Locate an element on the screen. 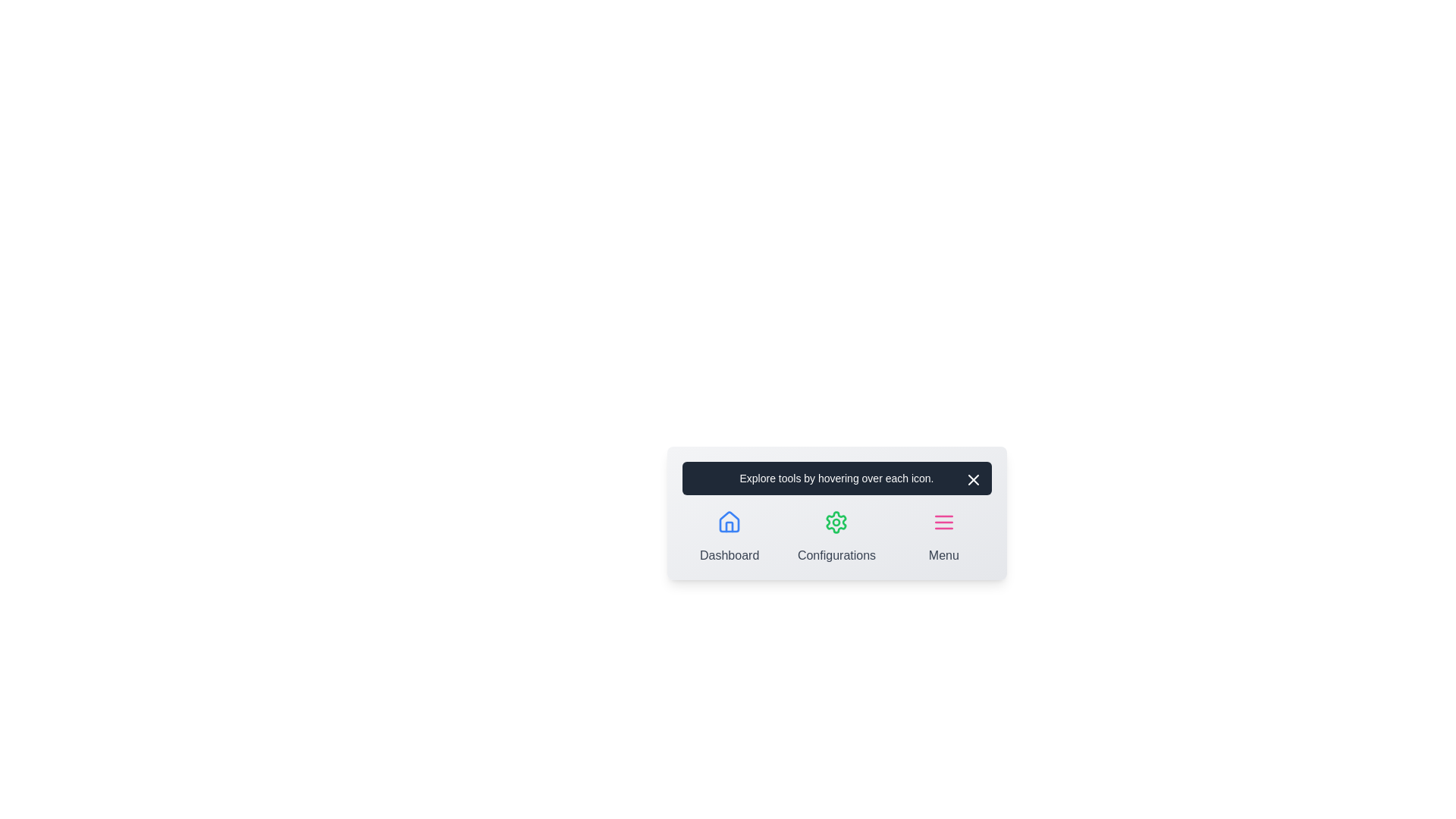  the Navigation Button located at the leftmost position in the horizontal menu is located at coordinates (730, 534).